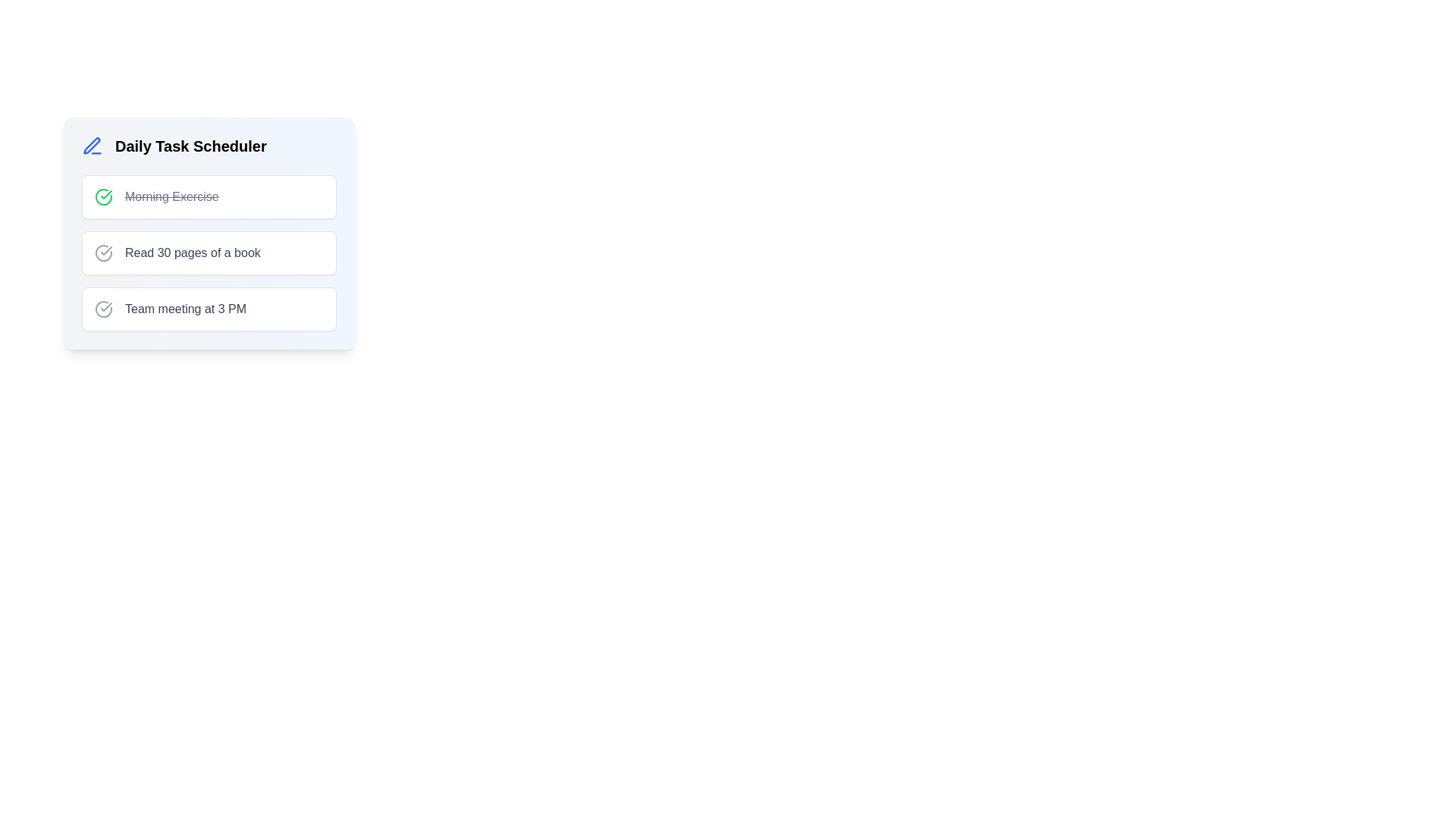 The image size is (1456, 819). I want to click on to select the task item reading 'Read 30 pages of a book' in the Daily Task Scheduler section, which is the second item in the vertical list of tasks, so click(208, 253).